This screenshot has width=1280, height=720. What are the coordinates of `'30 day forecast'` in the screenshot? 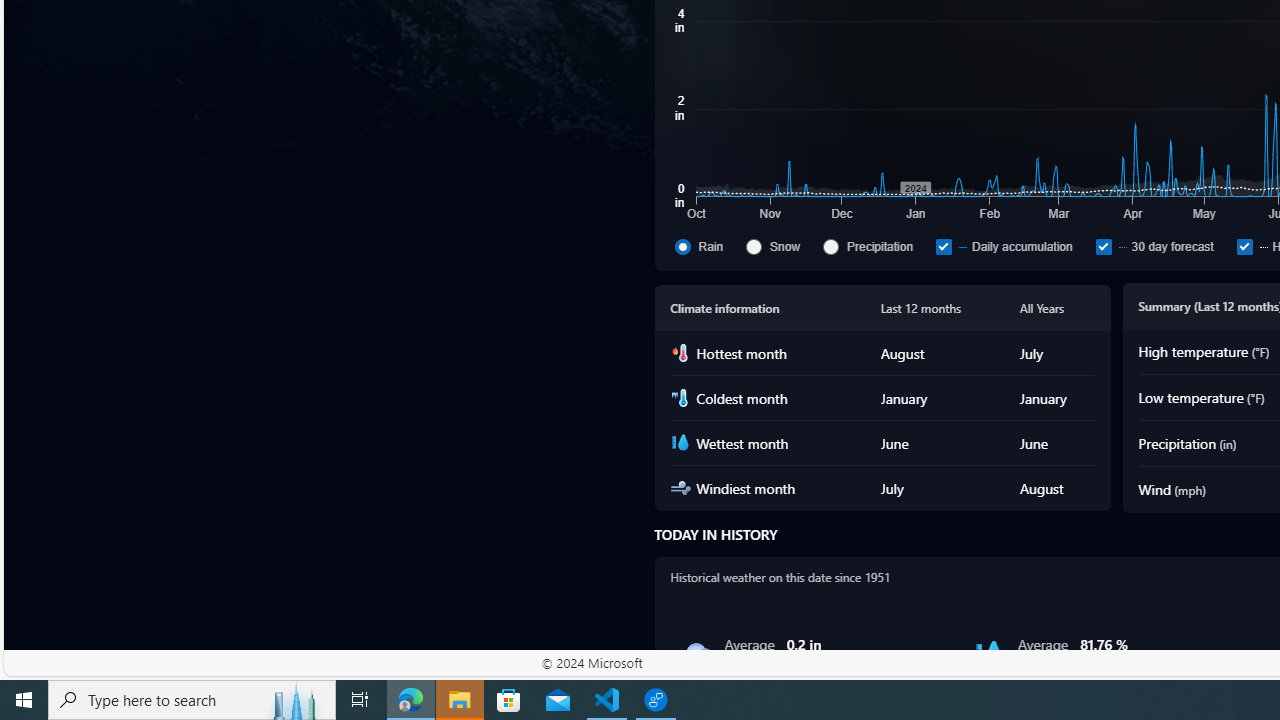 It's located at (1102, 245).